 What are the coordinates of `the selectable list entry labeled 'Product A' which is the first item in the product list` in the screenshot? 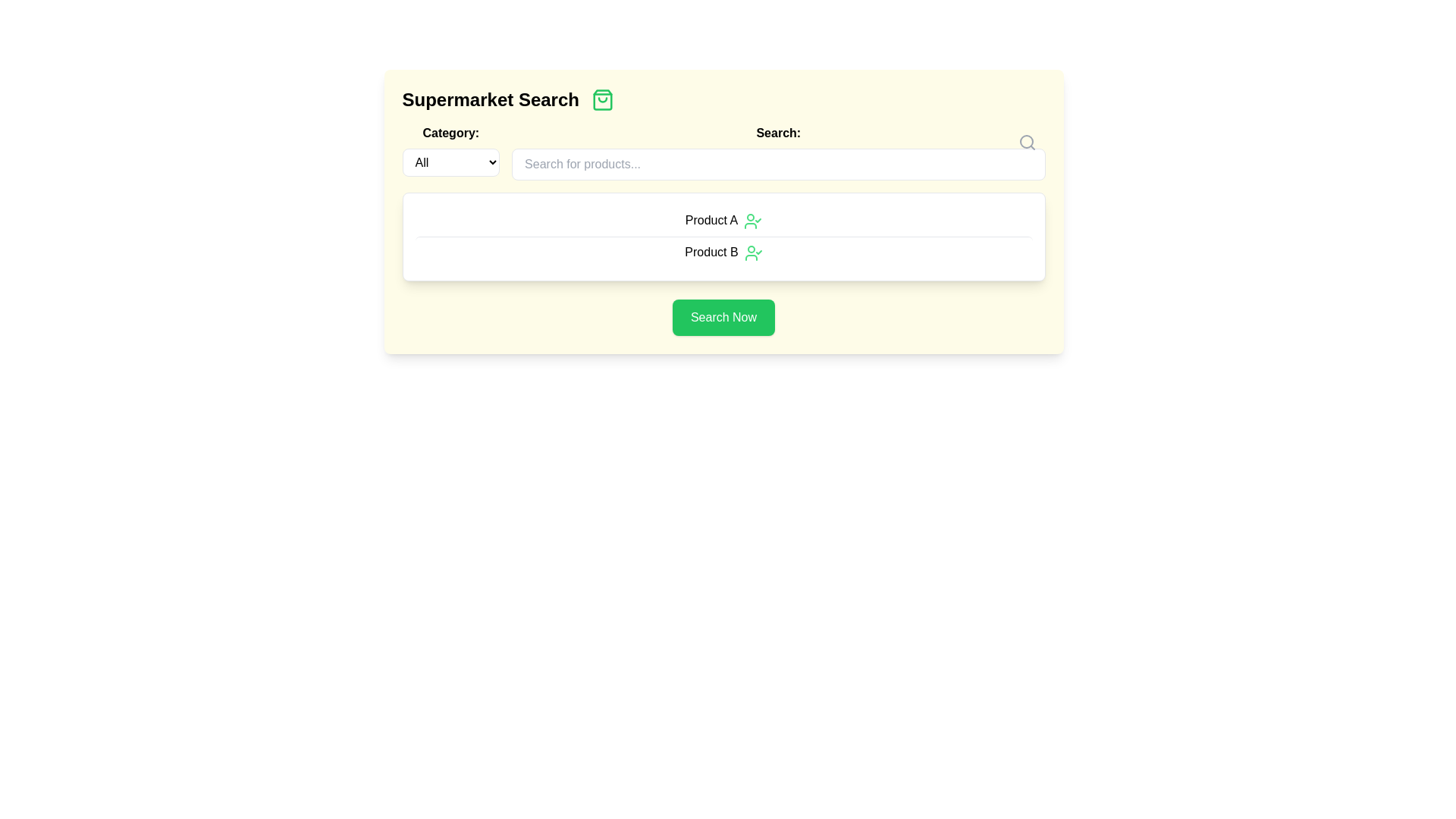 It's located at (723, 221).